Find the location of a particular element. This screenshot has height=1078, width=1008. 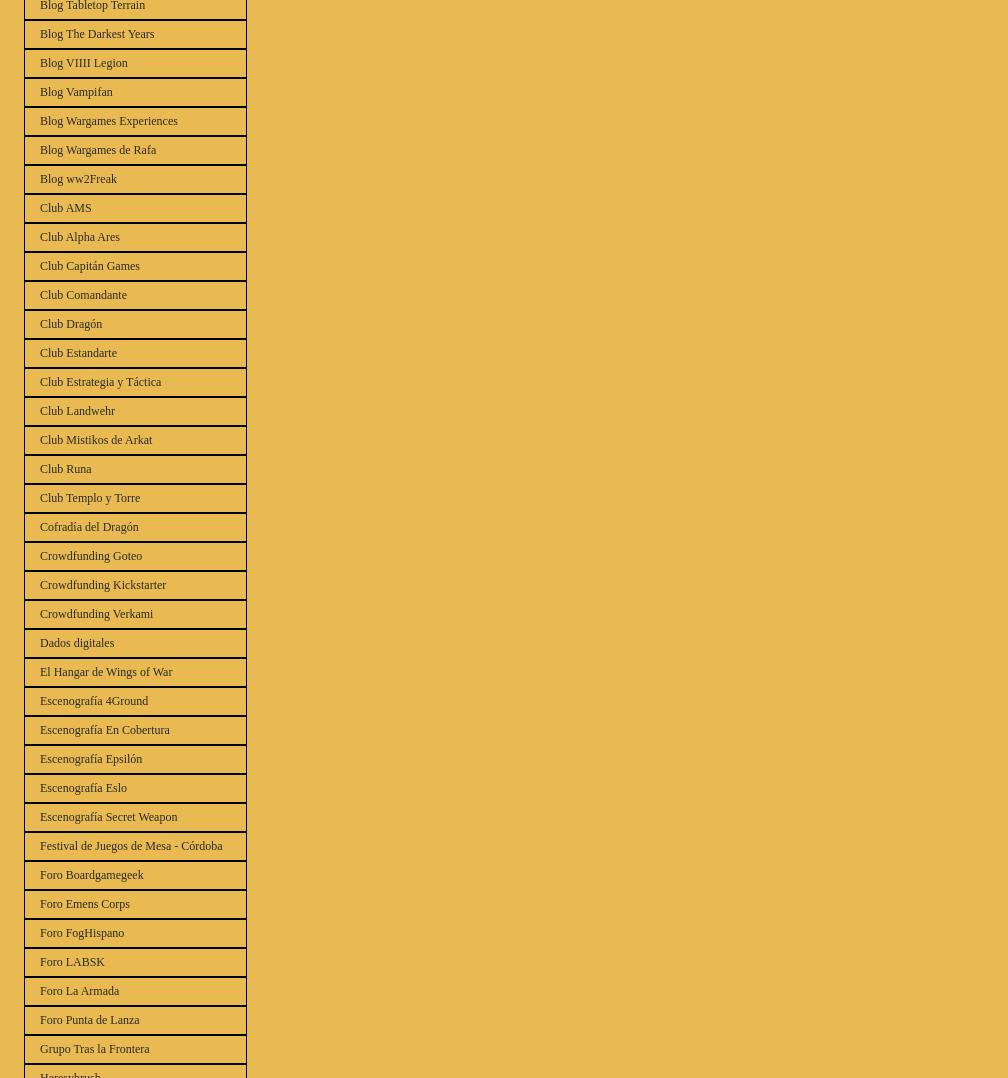

'Foro FogHispano' is located at coordinates (81, 932).